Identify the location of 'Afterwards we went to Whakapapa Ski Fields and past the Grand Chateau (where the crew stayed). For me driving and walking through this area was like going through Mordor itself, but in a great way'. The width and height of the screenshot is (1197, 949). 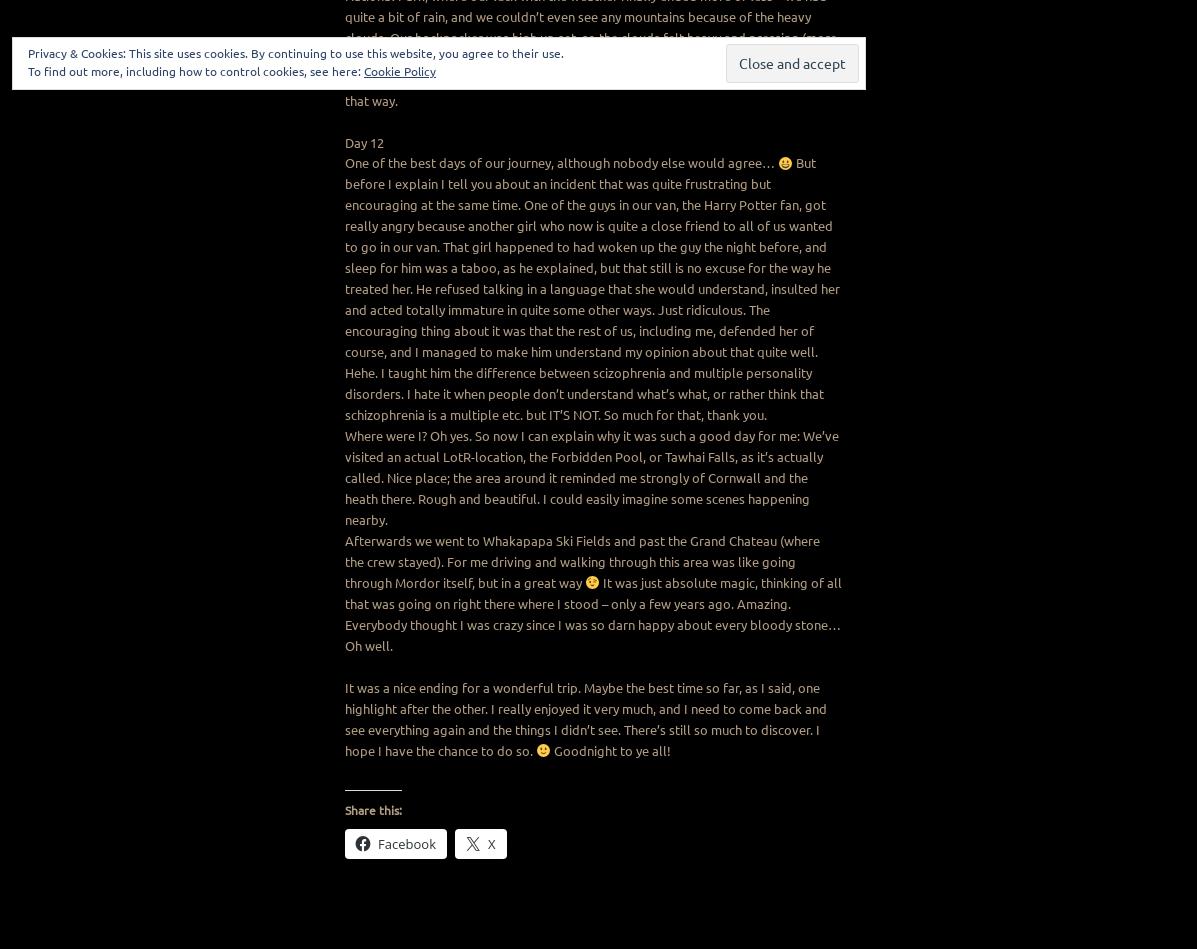
(582, 560).